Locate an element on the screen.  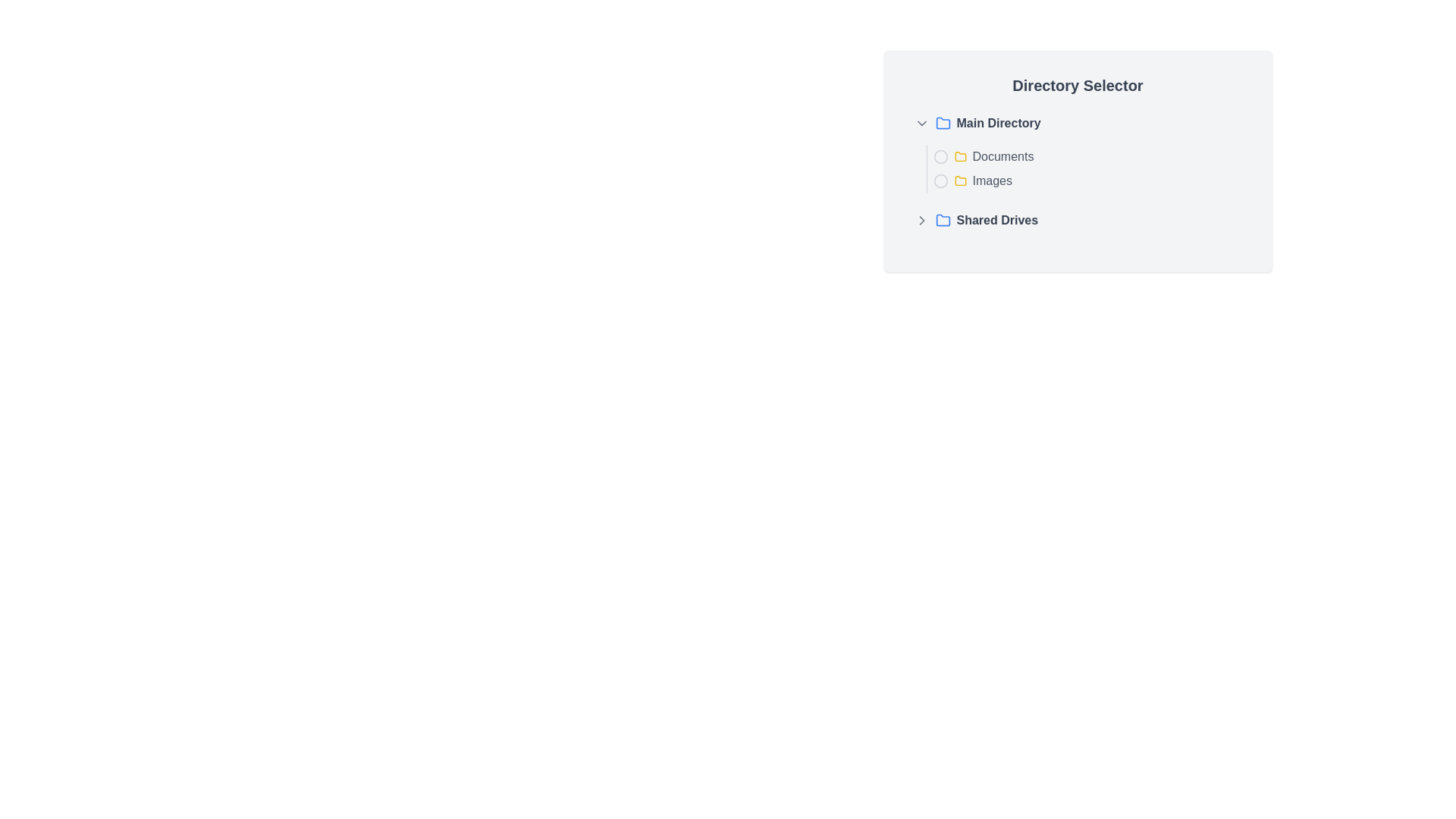
the 'Shared Drives' icon, which is the third element in the navigation list and serves as a visual symbol for the directory is located at coordinates (942, 220).